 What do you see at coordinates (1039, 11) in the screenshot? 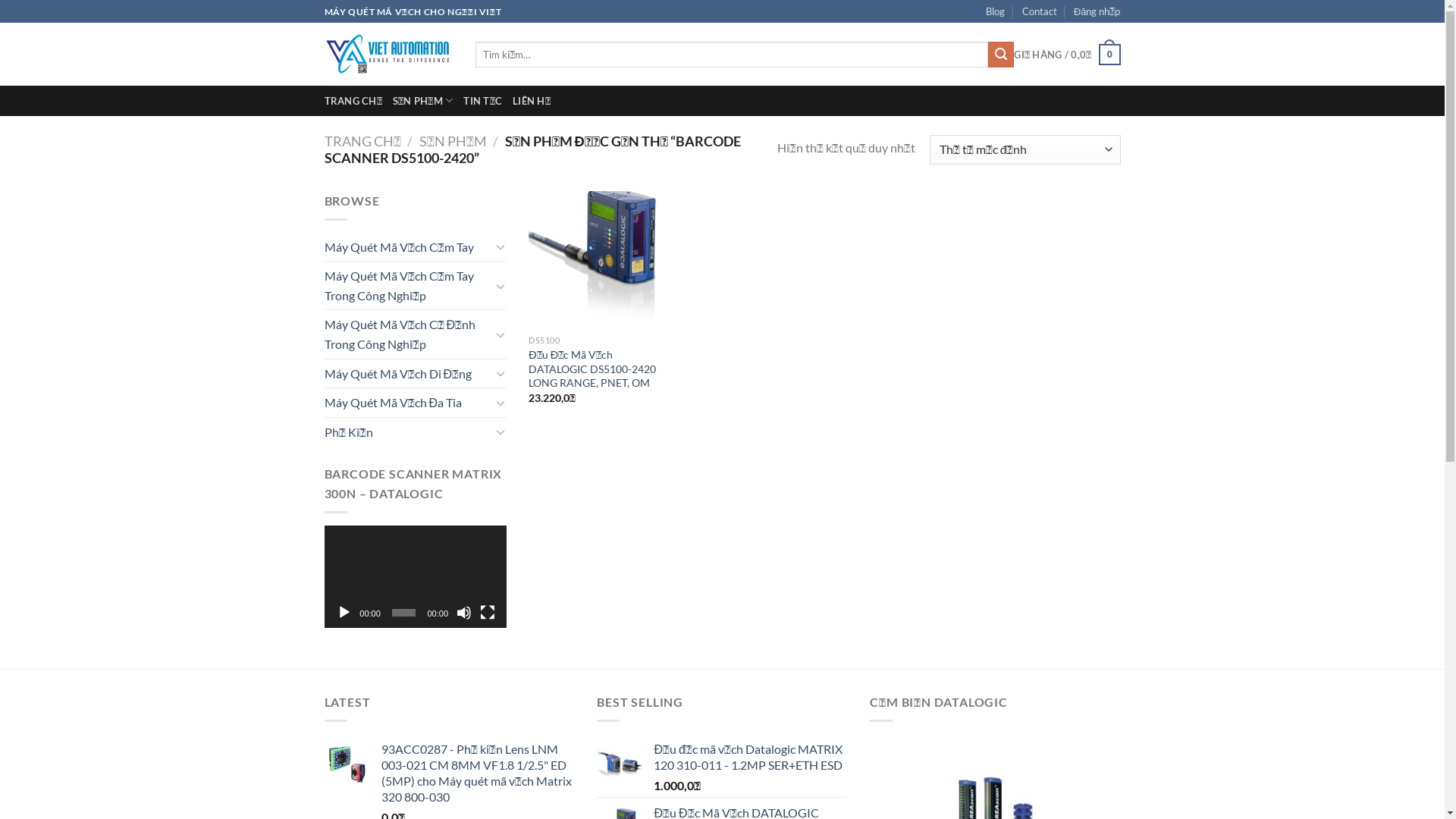
I see `'Contact'` at bounding box center [1039, 11].